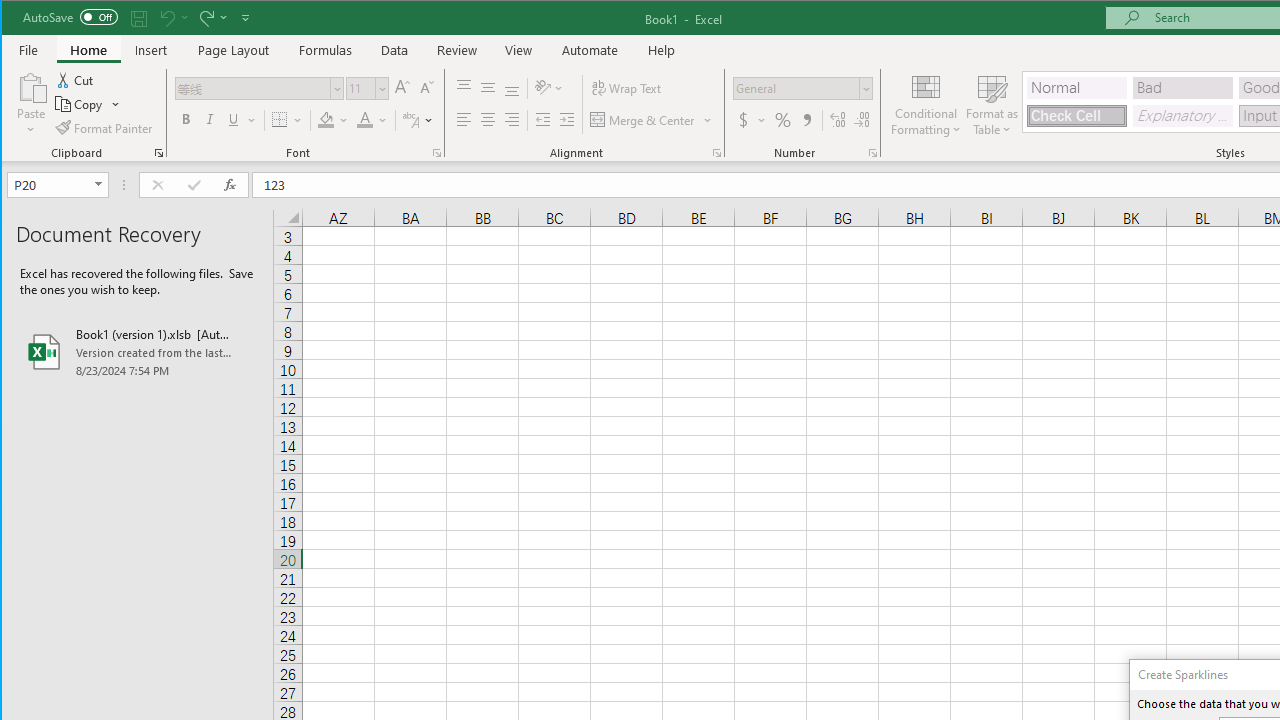 The height and width of the screenshot is (720, 1280). Describe the element at coordinates (488, 87) in the screenshot. I see `'Middle Align'` at that location.